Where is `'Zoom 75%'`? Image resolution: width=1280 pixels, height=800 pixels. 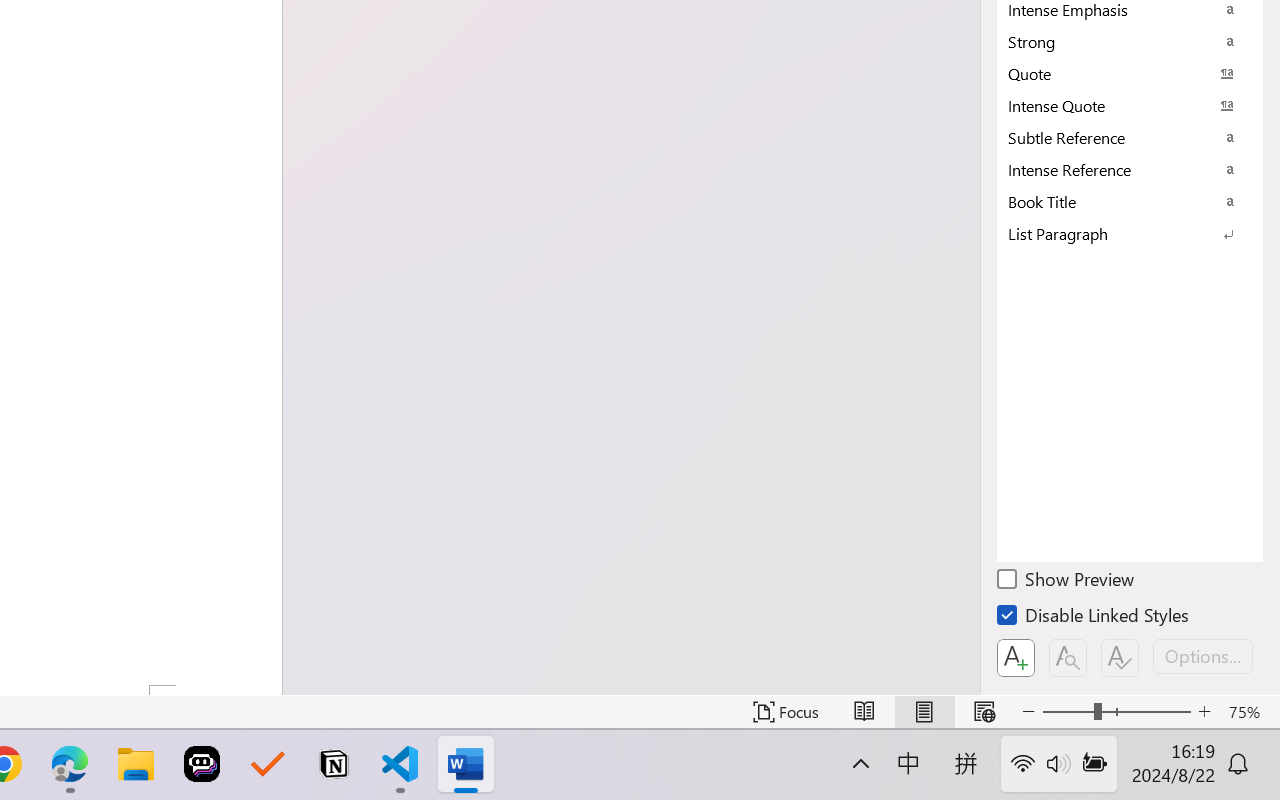
'Zoom 75%' is located at coordinates (1248, 711).